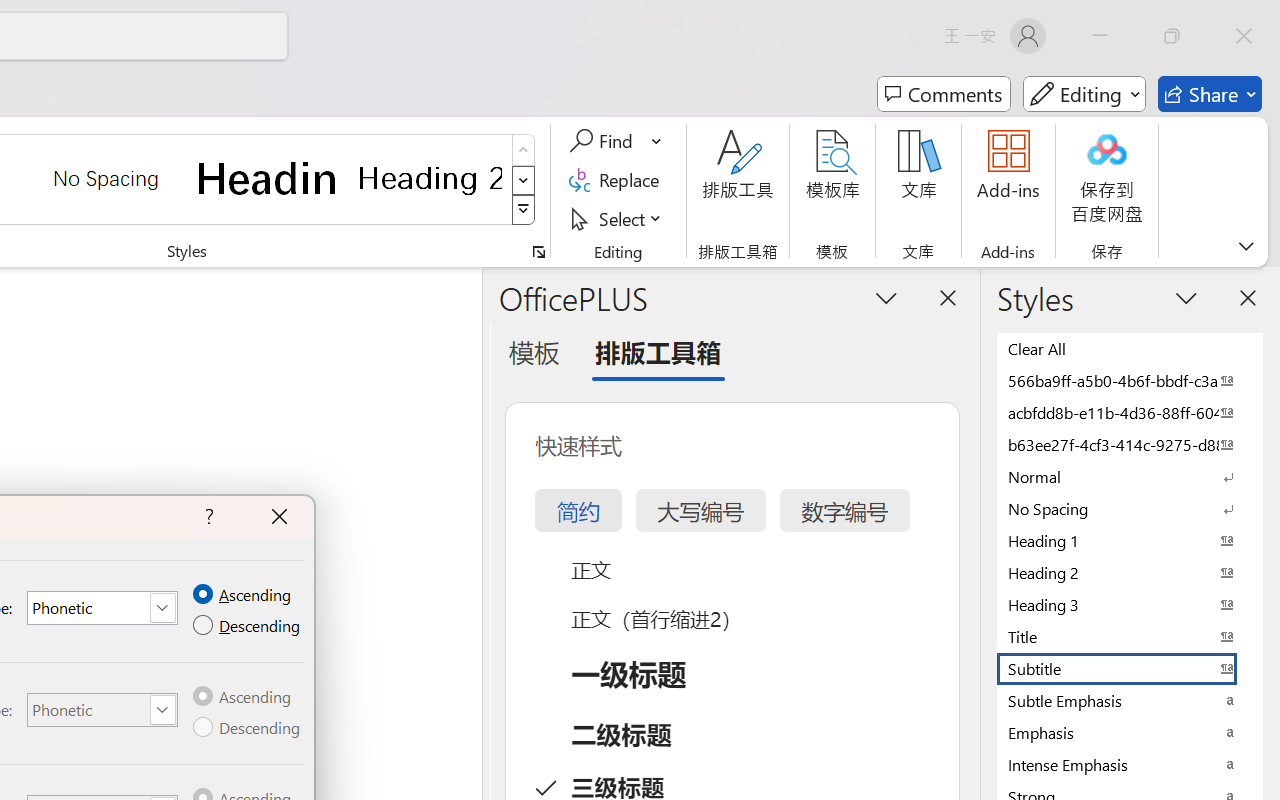  I want to click on 'Mode', so click(1083, 94).